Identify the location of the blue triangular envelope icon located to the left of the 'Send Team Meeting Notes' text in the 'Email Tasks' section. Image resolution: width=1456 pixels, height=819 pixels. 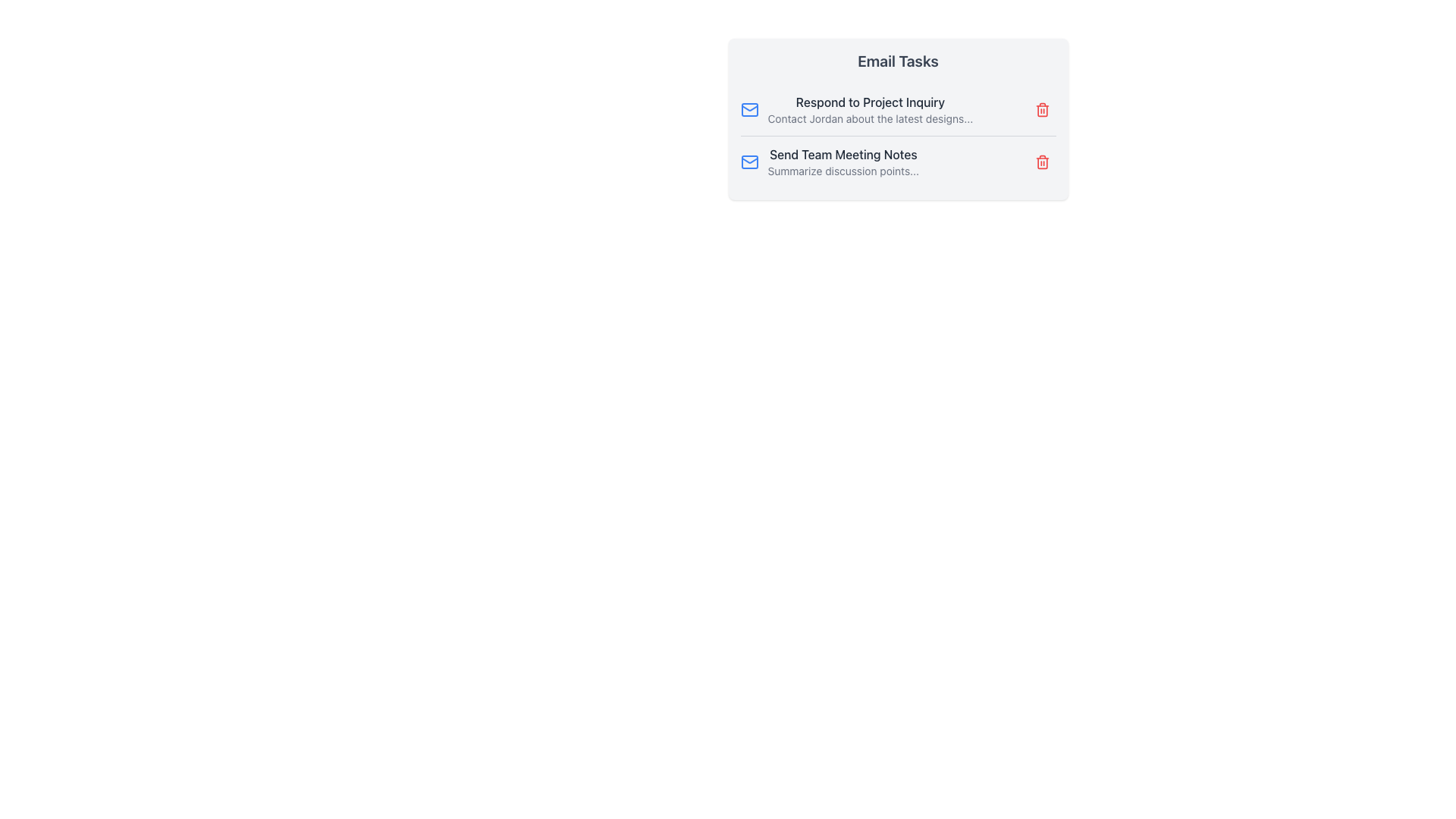
(749, 107).